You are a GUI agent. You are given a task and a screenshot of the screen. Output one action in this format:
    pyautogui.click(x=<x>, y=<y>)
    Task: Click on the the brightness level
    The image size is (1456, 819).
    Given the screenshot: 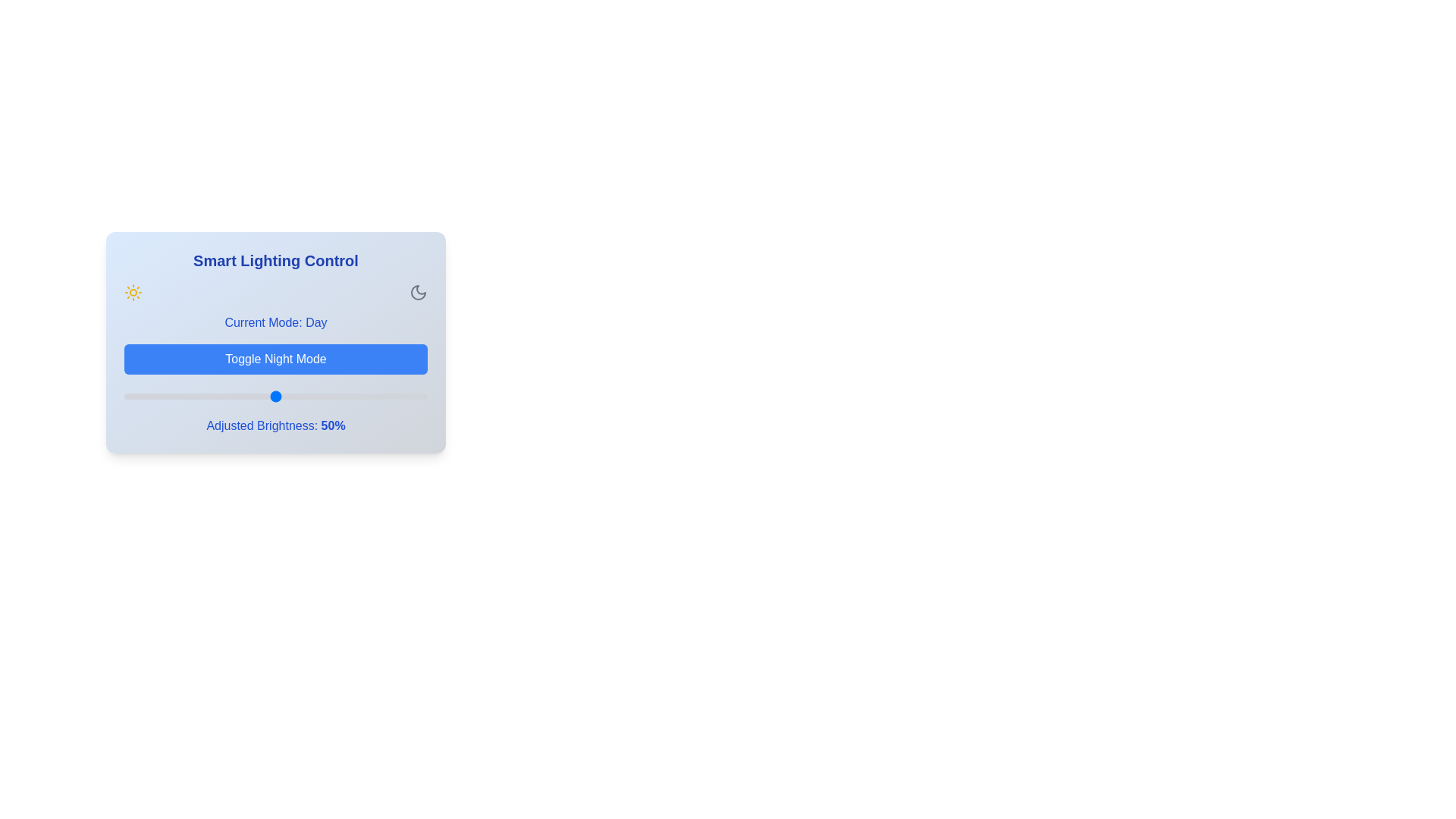 What is the action you would take?
    pyautogui.click(x=255, y=396)
    